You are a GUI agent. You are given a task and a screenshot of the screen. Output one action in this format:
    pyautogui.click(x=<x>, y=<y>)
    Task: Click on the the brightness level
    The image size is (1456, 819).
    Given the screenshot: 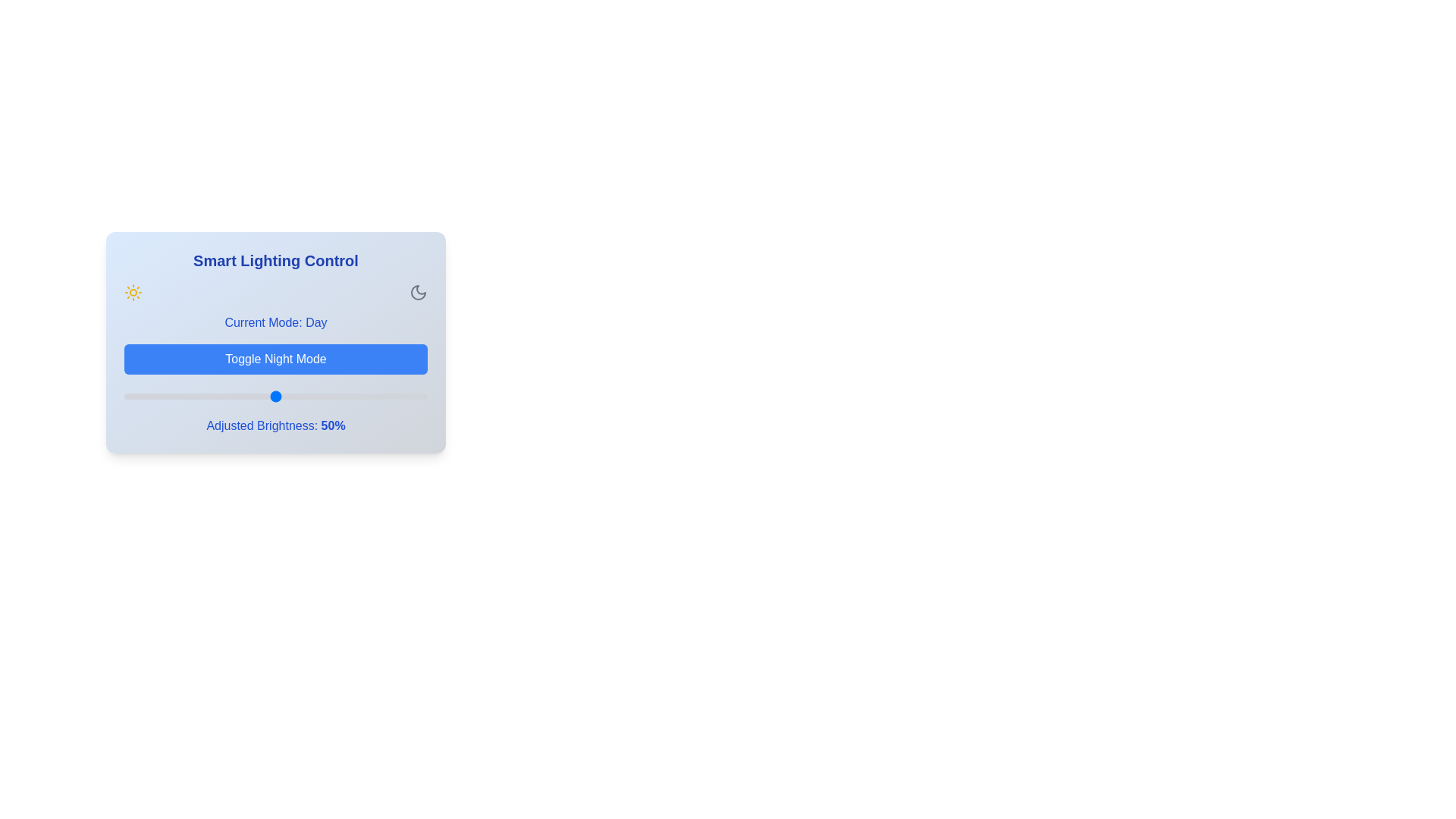 What is the action you would take?
    pyautogui.click(x=255, y=396)
    